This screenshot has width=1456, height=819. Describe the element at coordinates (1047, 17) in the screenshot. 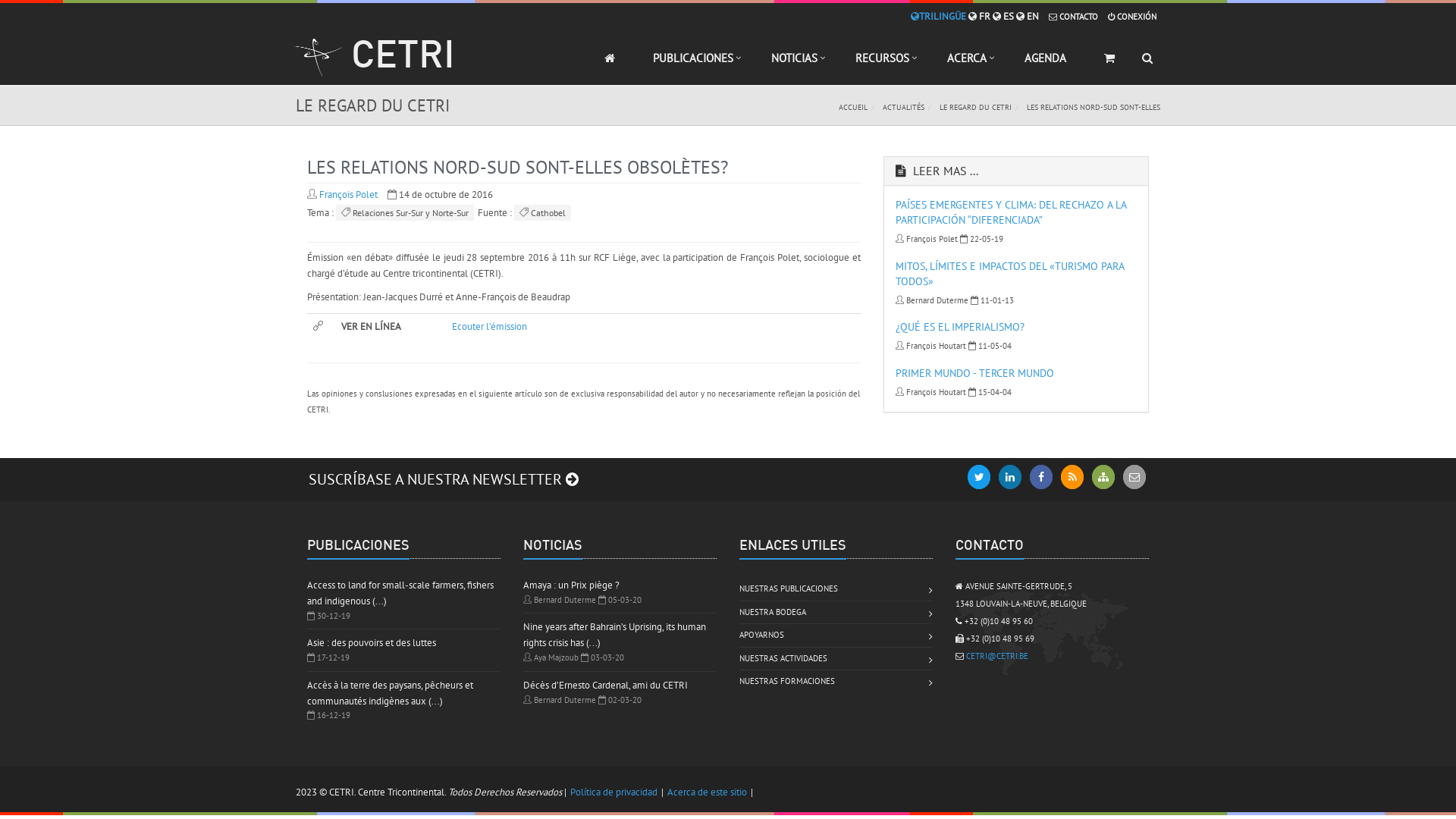

I see `'CONTACTO'` at that location.